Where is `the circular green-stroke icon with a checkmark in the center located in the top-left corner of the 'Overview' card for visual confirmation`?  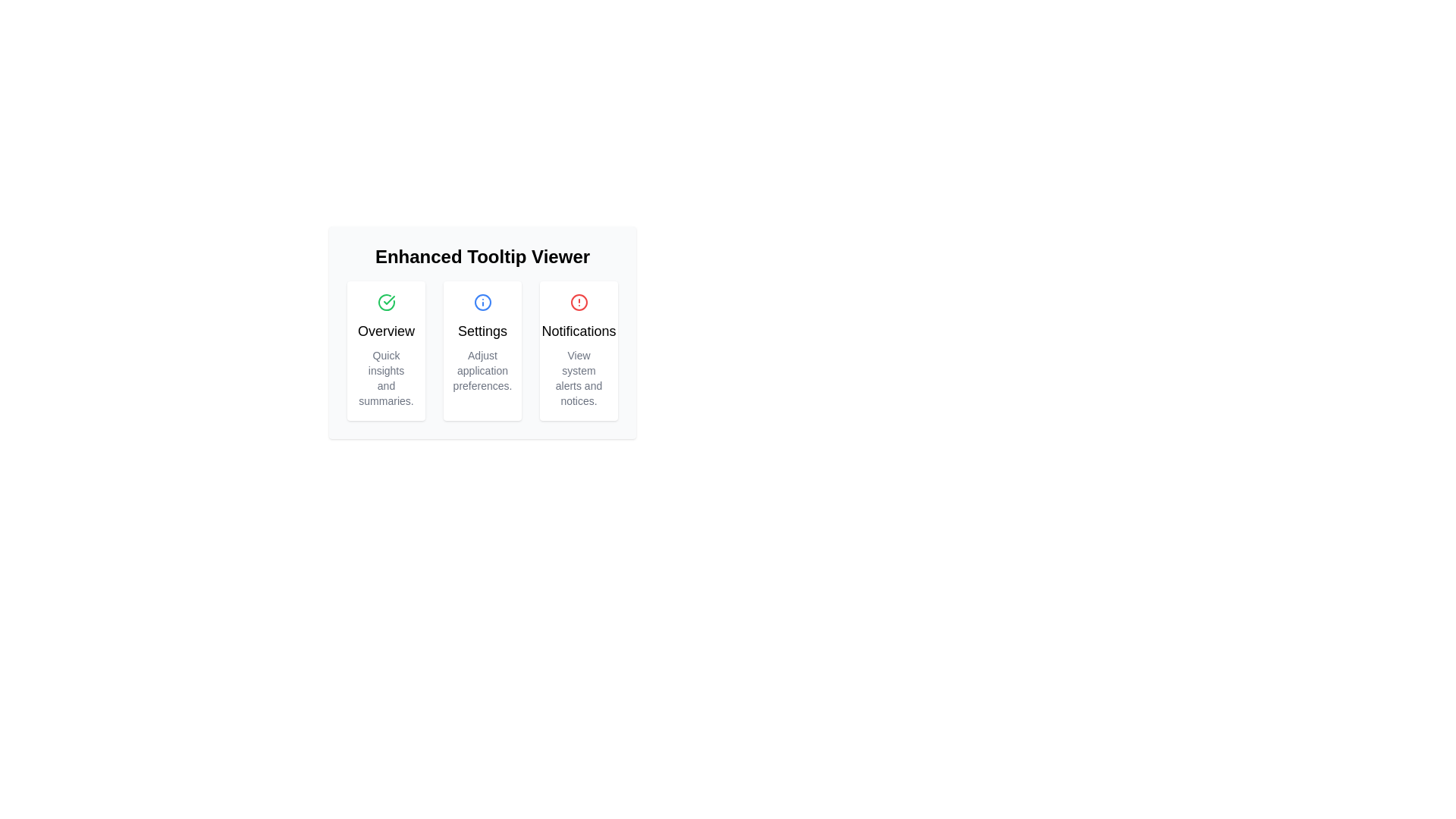 the circular green-stroke icon with a checkmark in the center located in the top-left corner of the 'Overview' card for visual confirmation is located at coordinates (386, 302).